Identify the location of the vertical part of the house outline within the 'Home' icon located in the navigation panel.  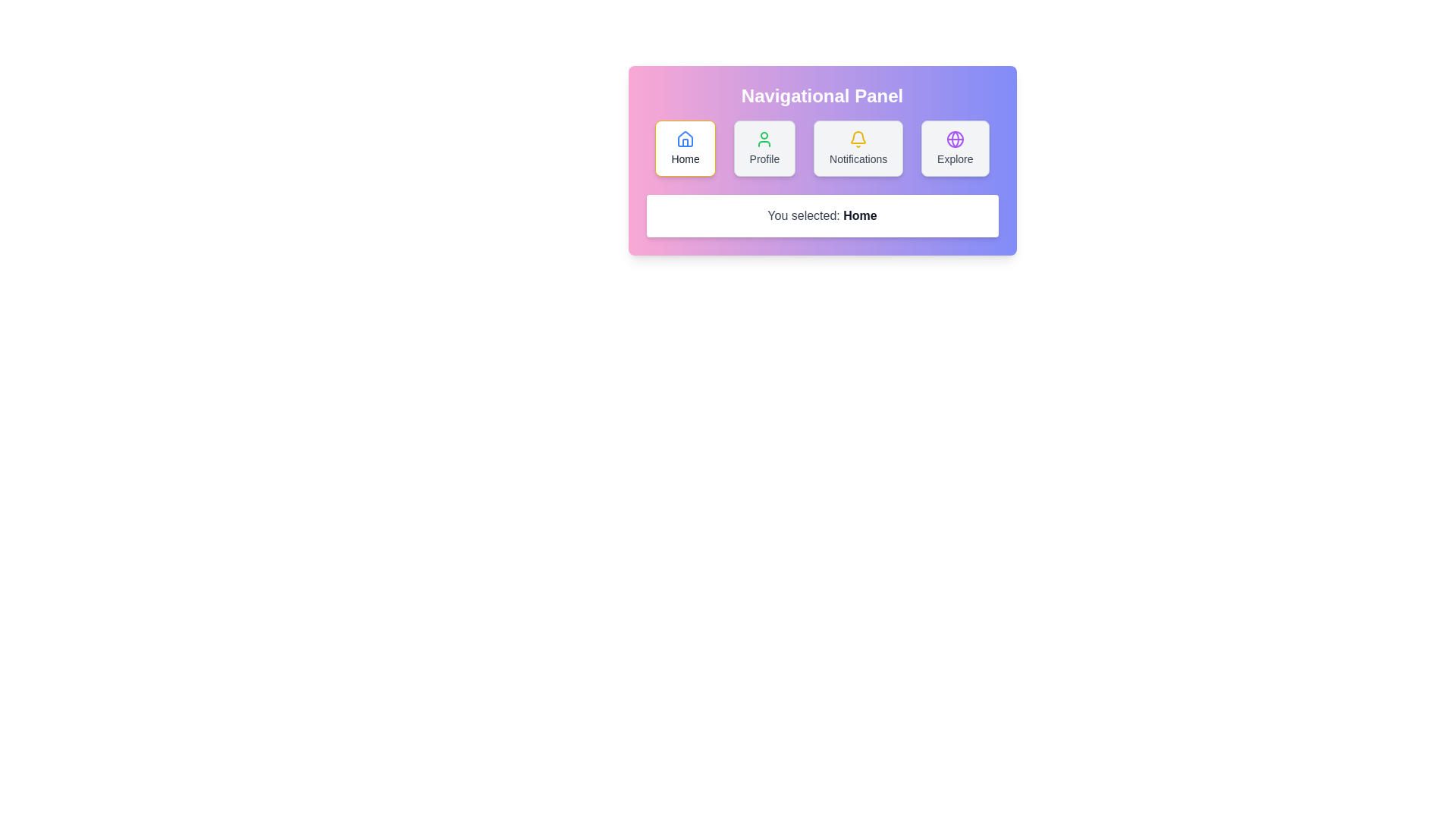
(685, 143).